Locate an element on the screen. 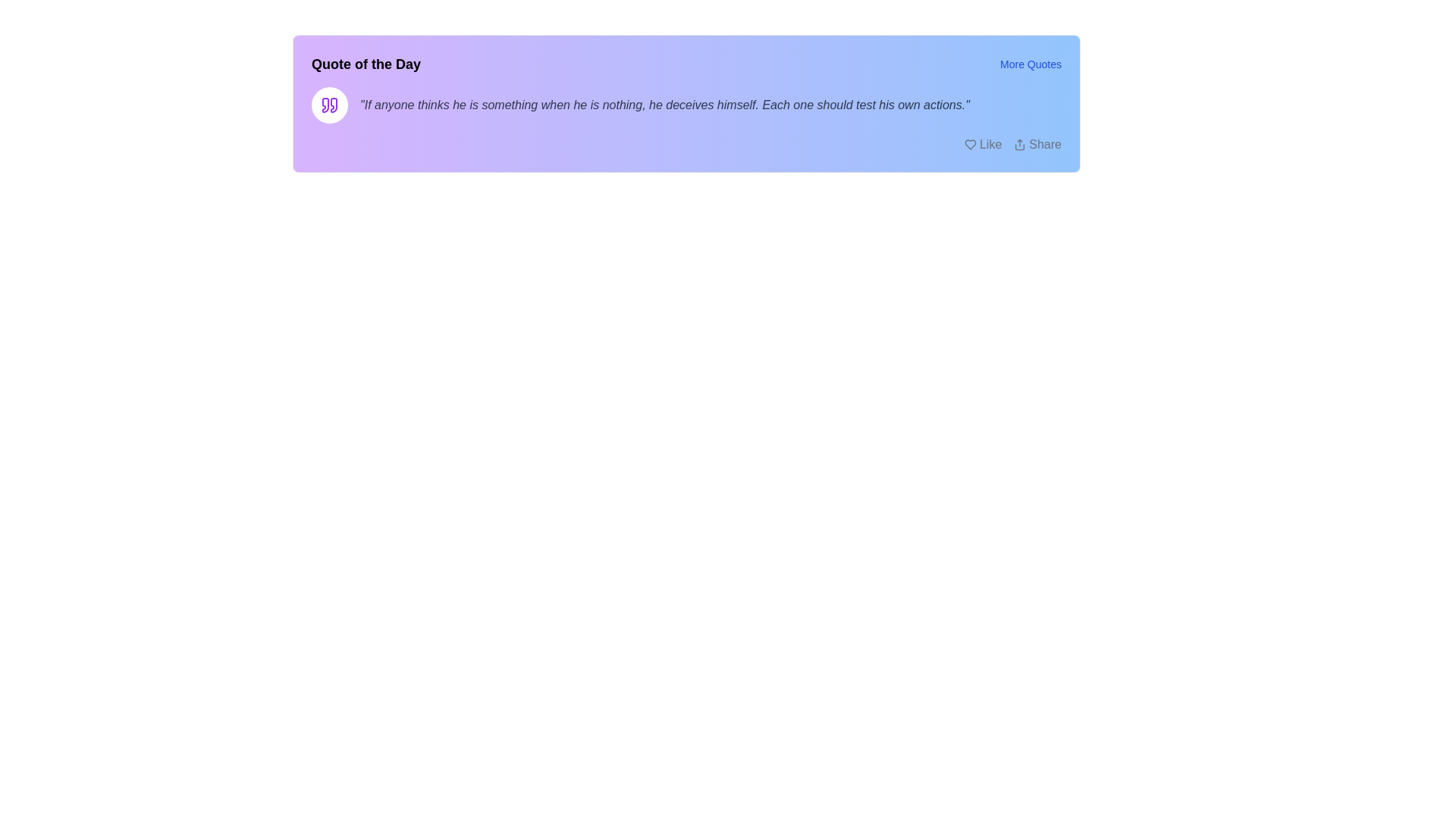  the 'Like' text label, which is styled in gray and positioned between a heart icon and a 'Share' button in the horizontal arrangement is located at coordinates (990, 145).